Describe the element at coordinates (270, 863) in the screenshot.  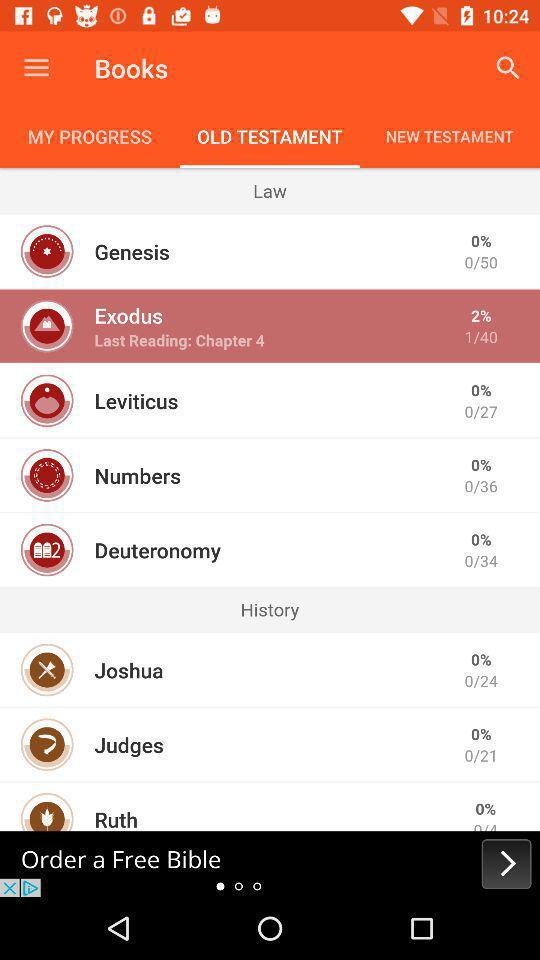
I see `advertisement` at that location.